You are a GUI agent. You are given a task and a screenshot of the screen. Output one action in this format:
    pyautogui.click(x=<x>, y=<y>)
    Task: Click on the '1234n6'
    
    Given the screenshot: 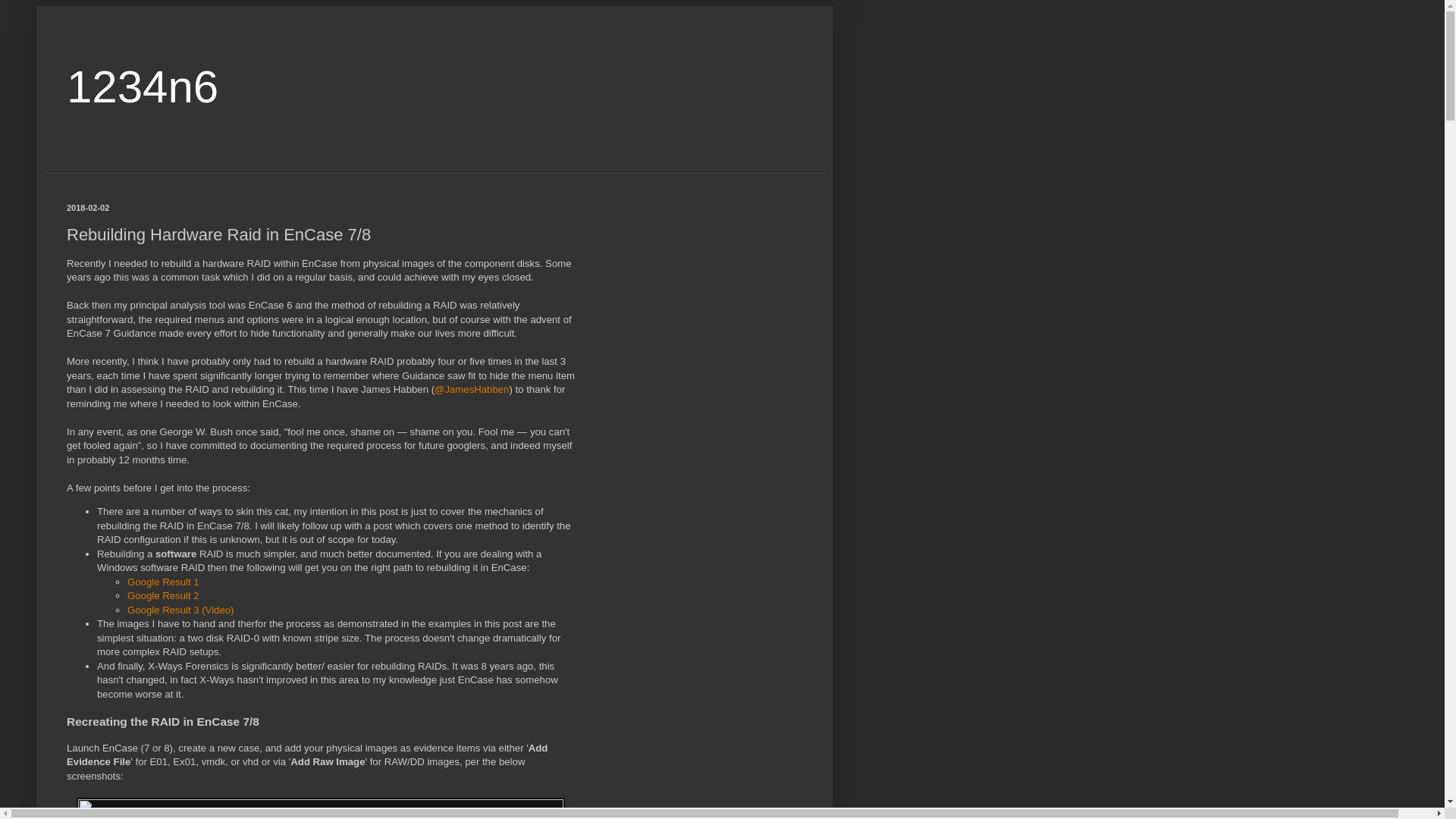 What is the action you would take?
    pyautogui.click(x=142, y=86)
    